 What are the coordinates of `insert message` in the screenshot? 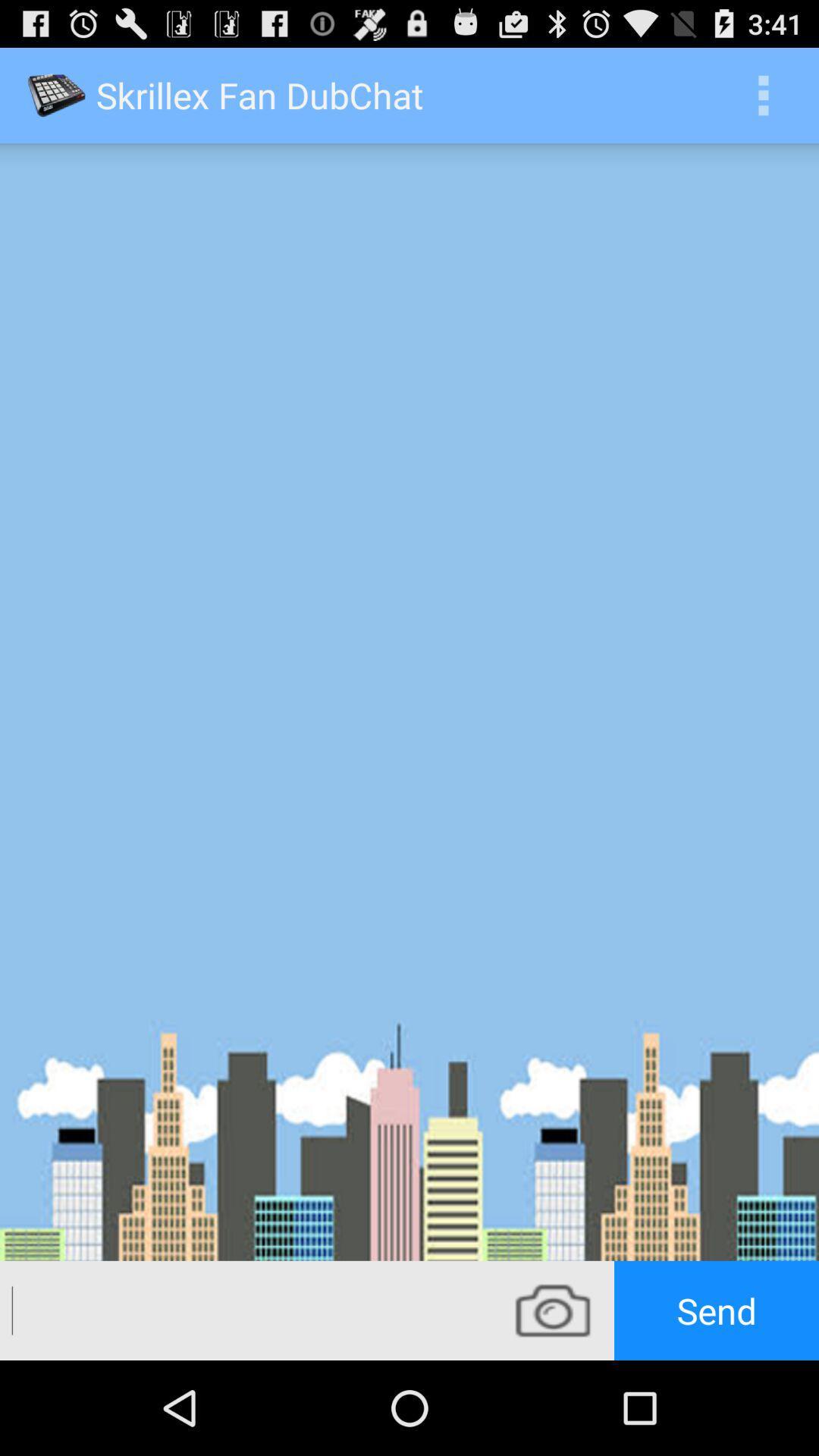 It's located at (245, 1310).